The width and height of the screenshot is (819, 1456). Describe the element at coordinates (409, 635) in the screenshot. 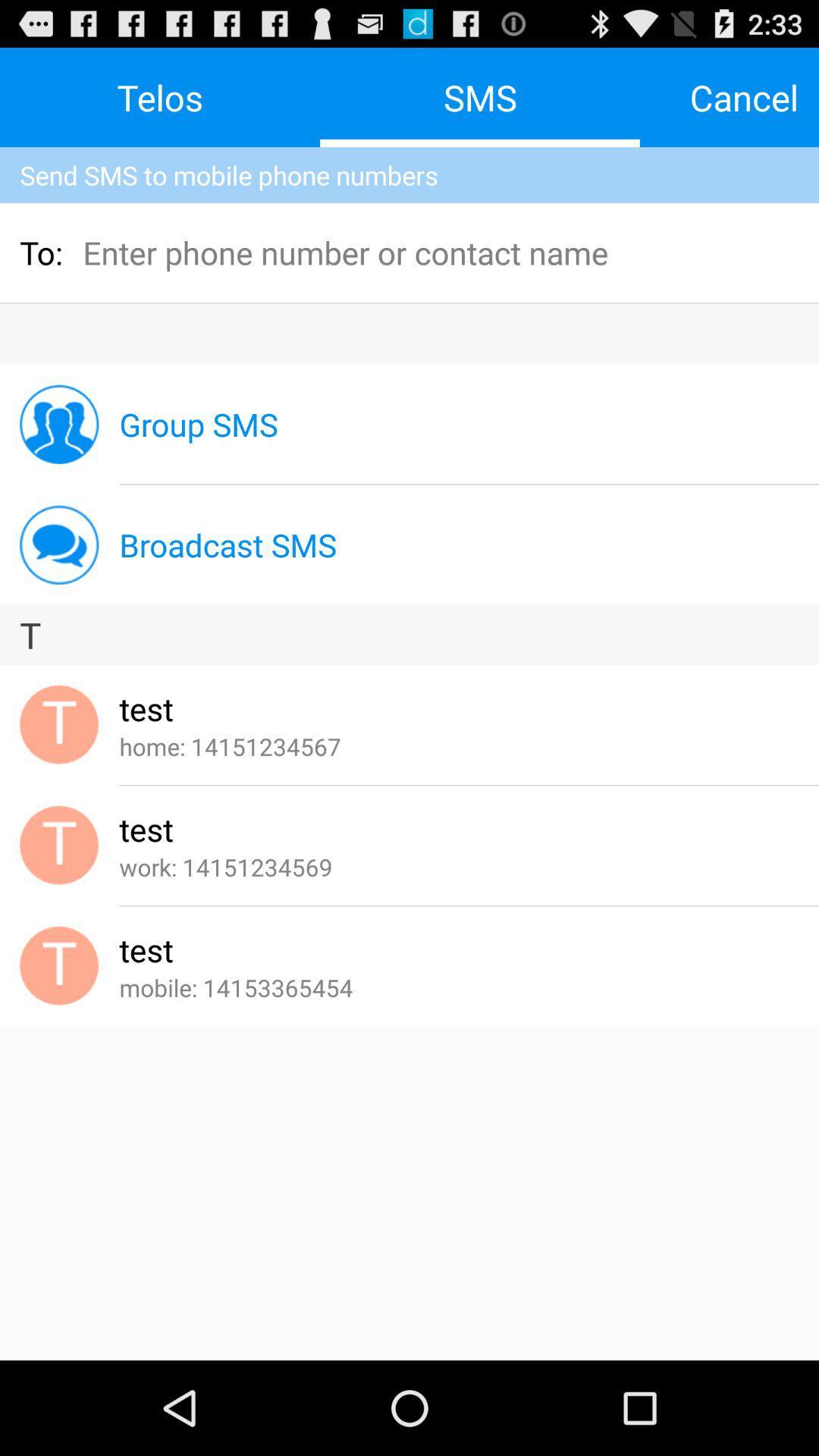

I see `t app` at that location.